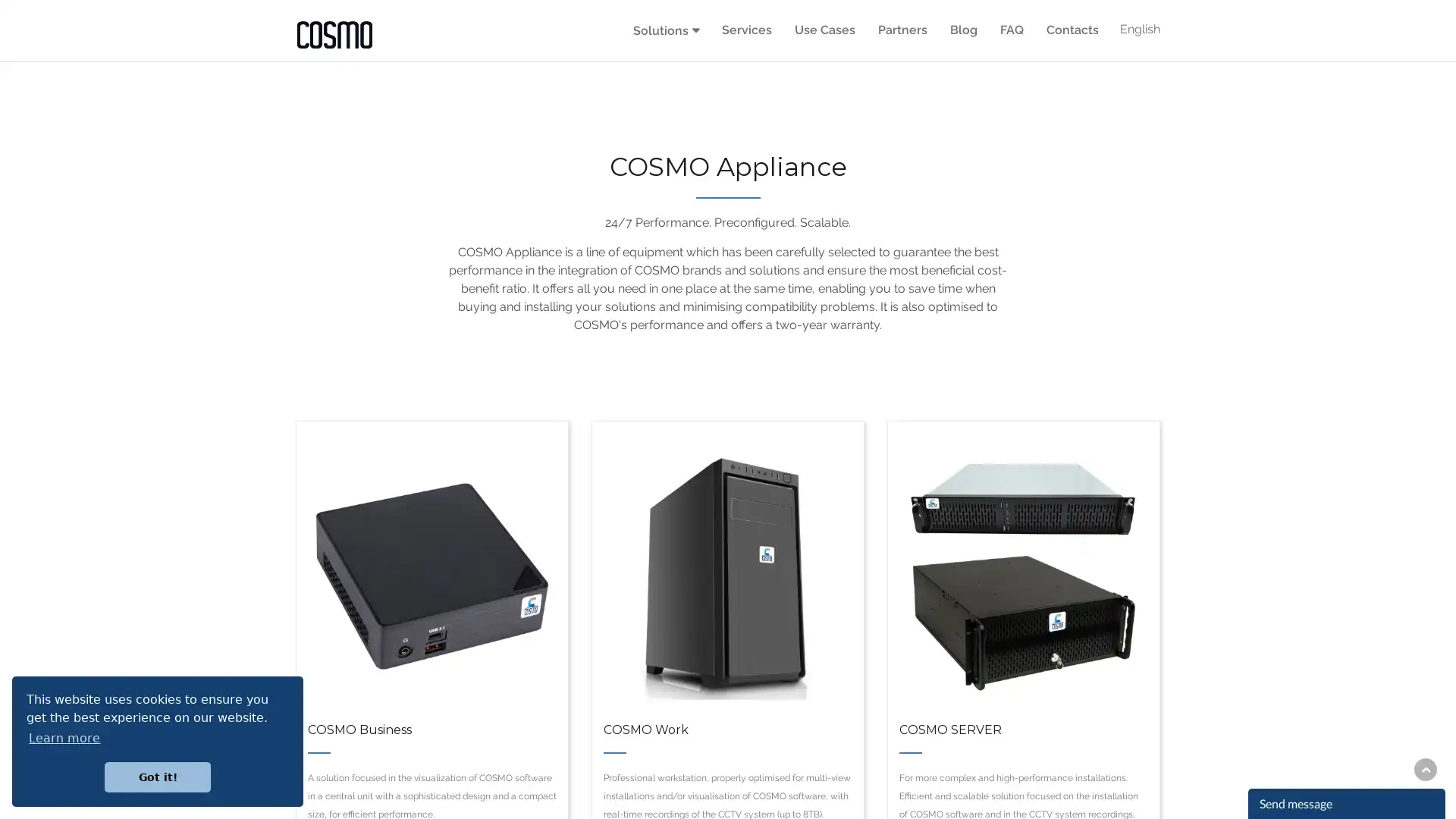  Describe the element at coordinates (157, 777) in the screenshot. I see `dismiss cookie message` at that location.